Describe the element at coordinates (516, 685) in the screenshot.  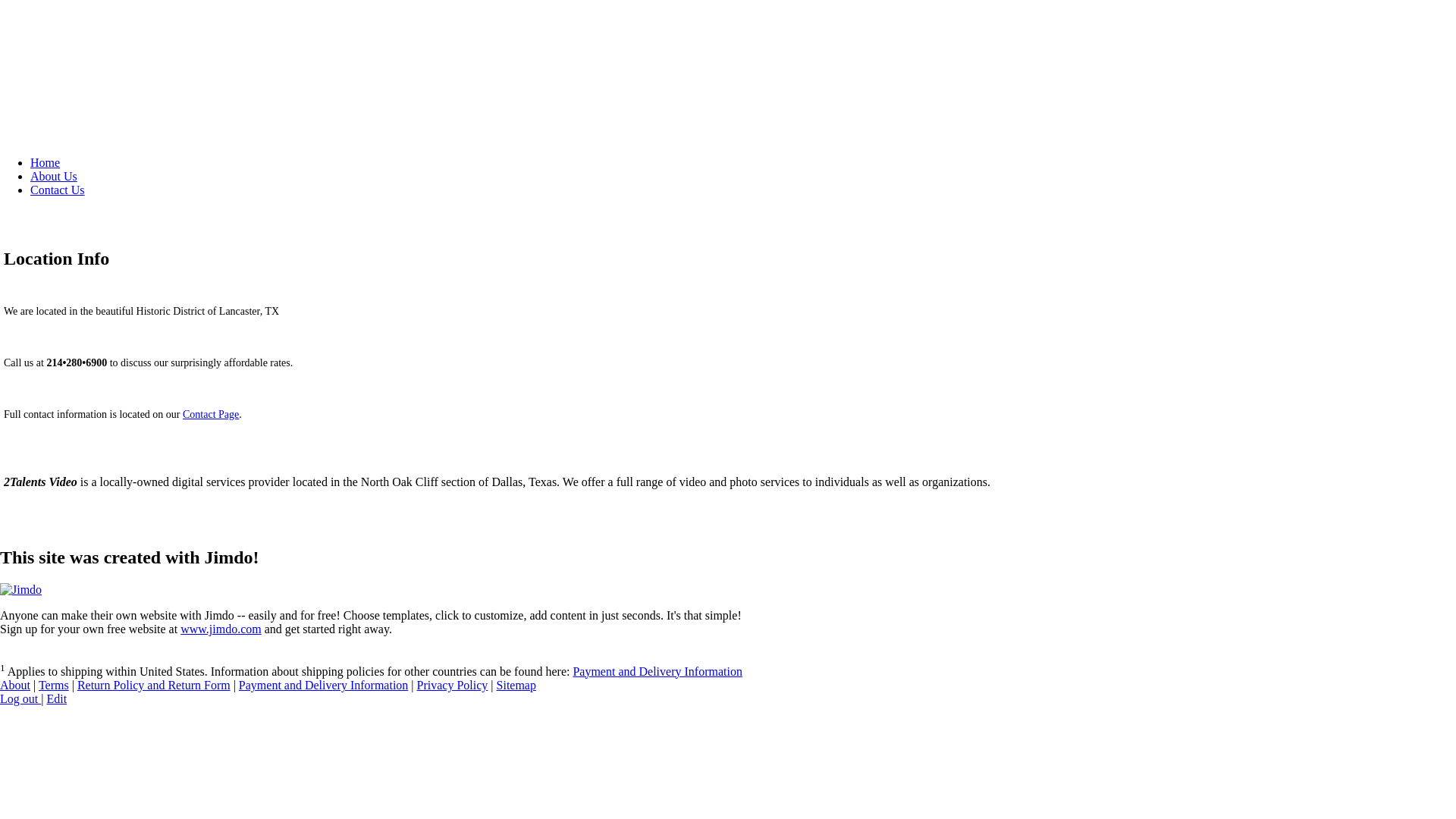
I see `'Sitemap'` at that location.